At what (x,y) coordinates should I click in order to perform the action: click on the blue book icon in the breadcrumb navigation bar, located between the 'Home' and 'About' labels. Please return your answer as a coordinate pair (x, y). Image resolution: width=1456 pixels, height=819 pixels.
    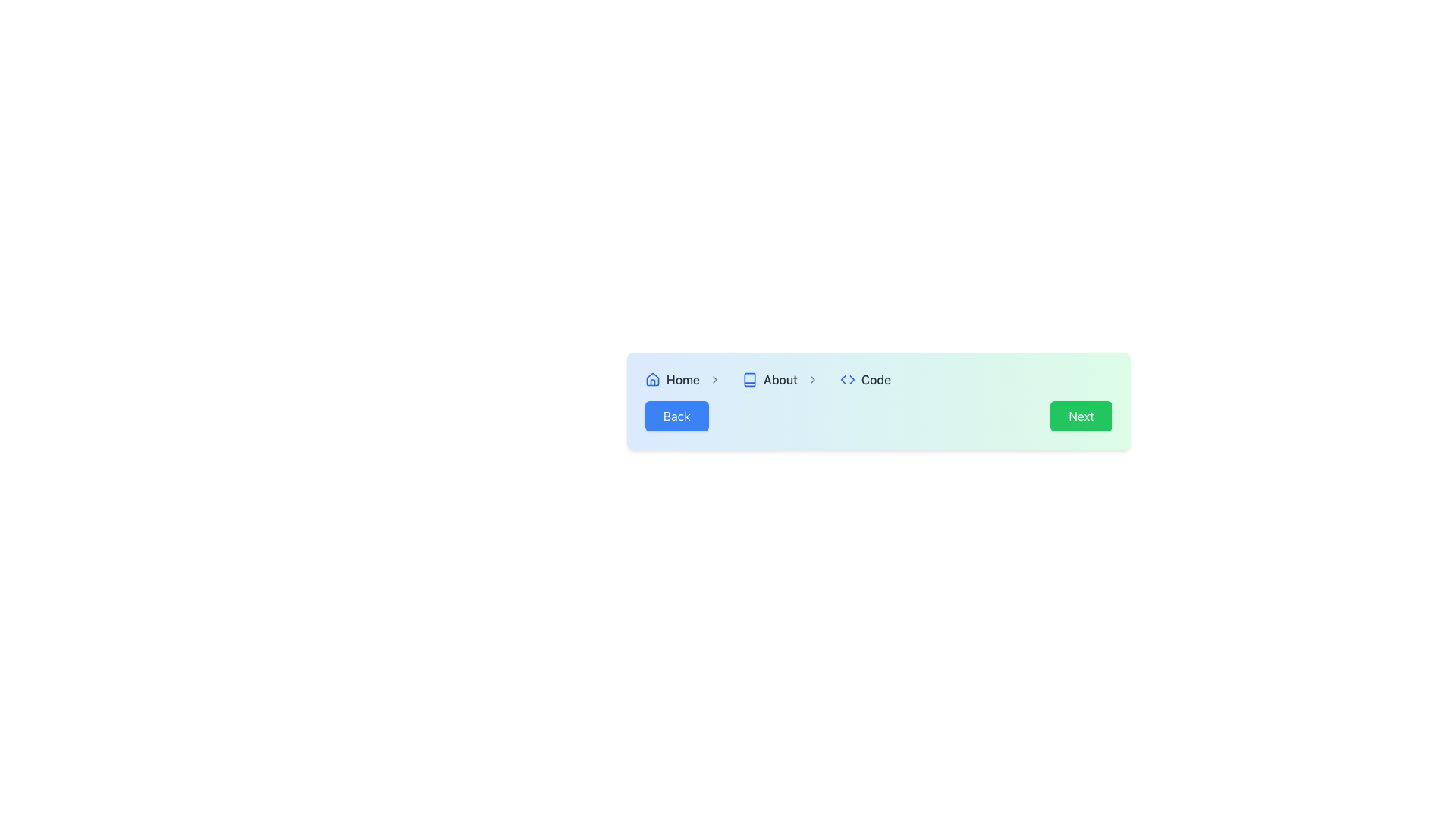
    Looking at the image, I should click on (749, 379).